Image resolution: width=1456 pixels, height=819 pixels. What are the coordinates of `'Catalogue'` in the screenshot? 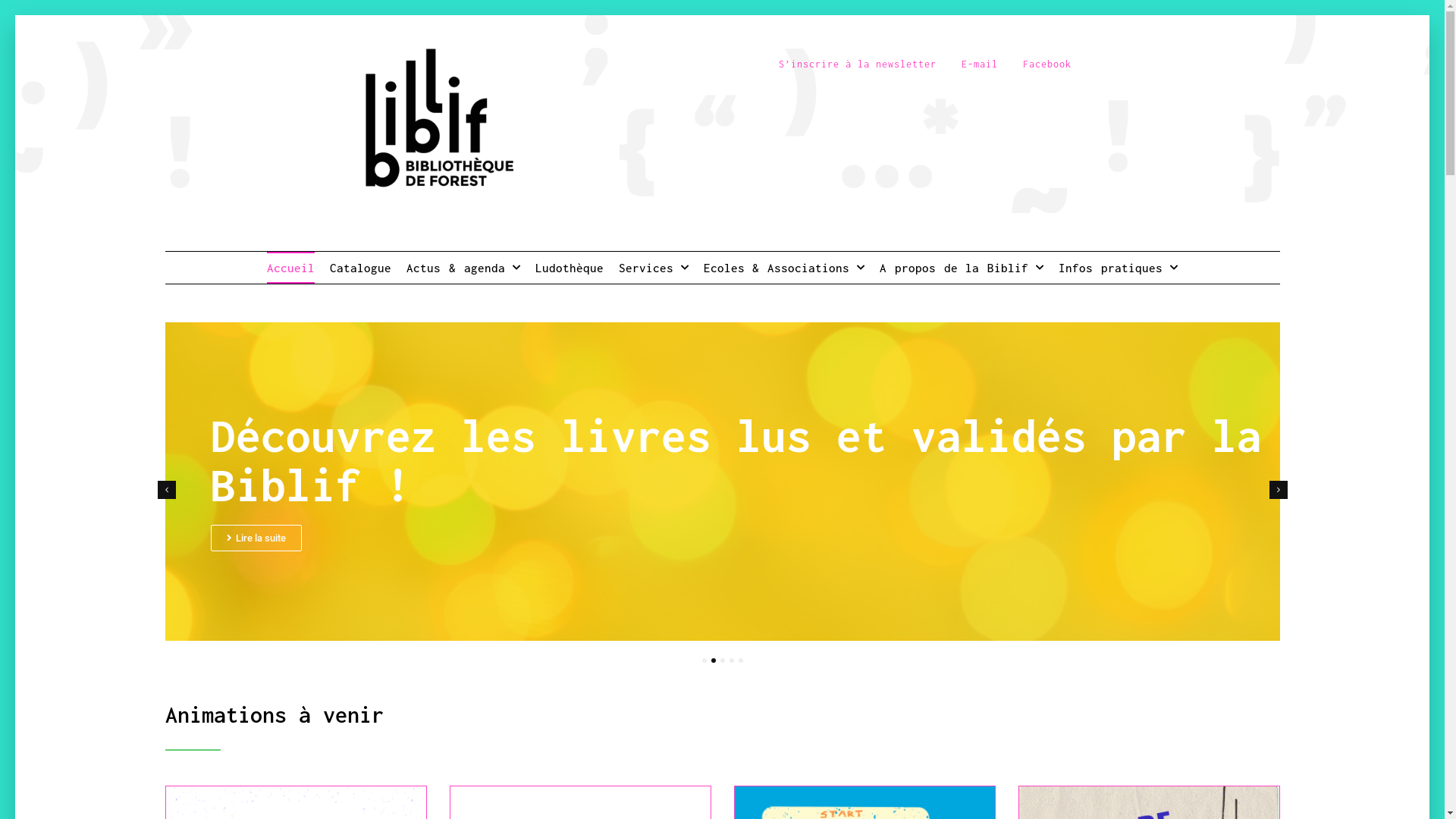 It's located at (359, 267).